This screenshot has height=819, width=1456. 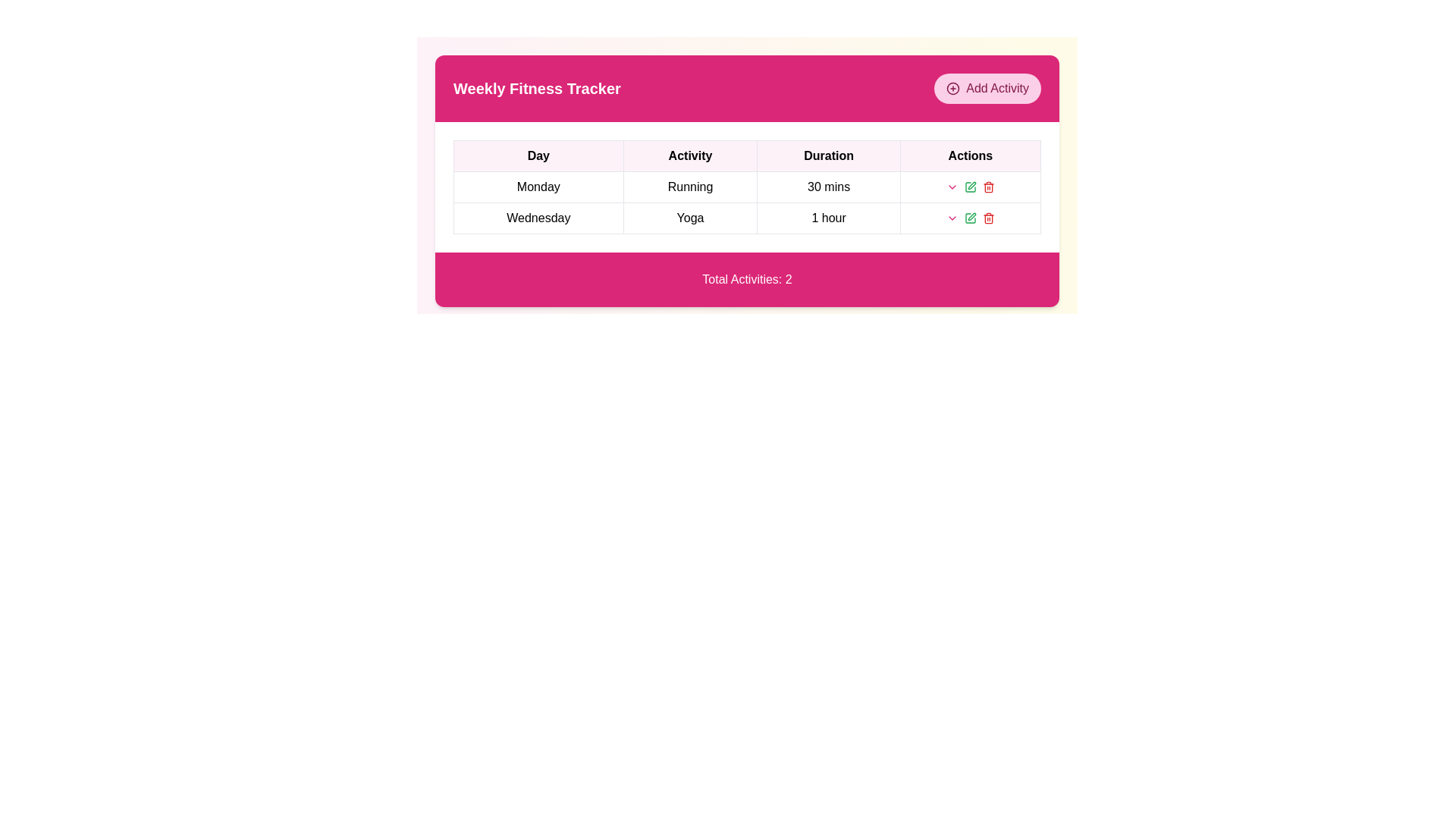 I want to click on the delete icon element located in the 'Actions' column of the second row of the table, so click(x=988, y=187).